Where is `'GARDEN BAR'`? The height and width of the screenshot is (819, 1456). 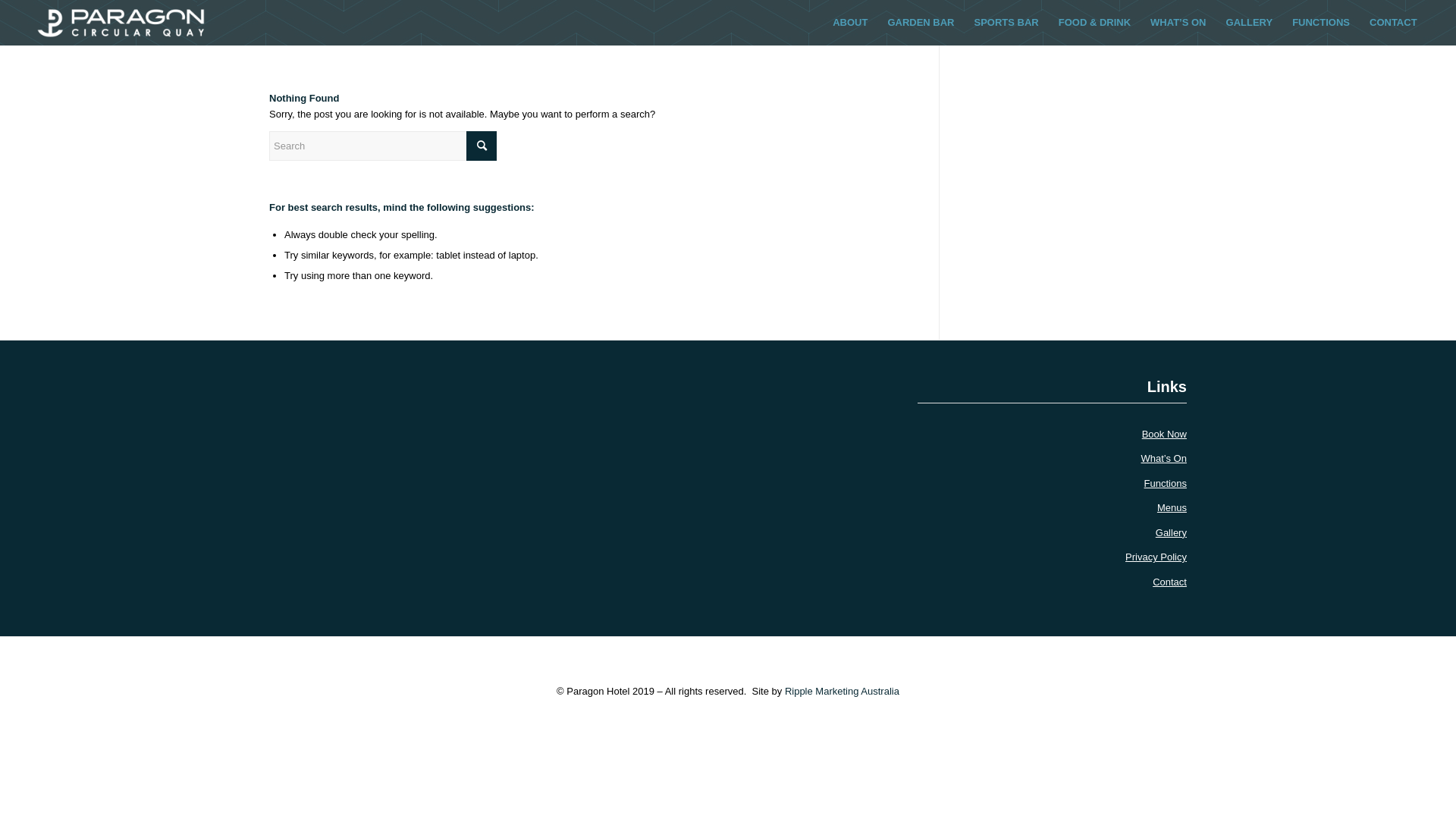
'GARDEN BAR' is located at coordinates (920, 23).